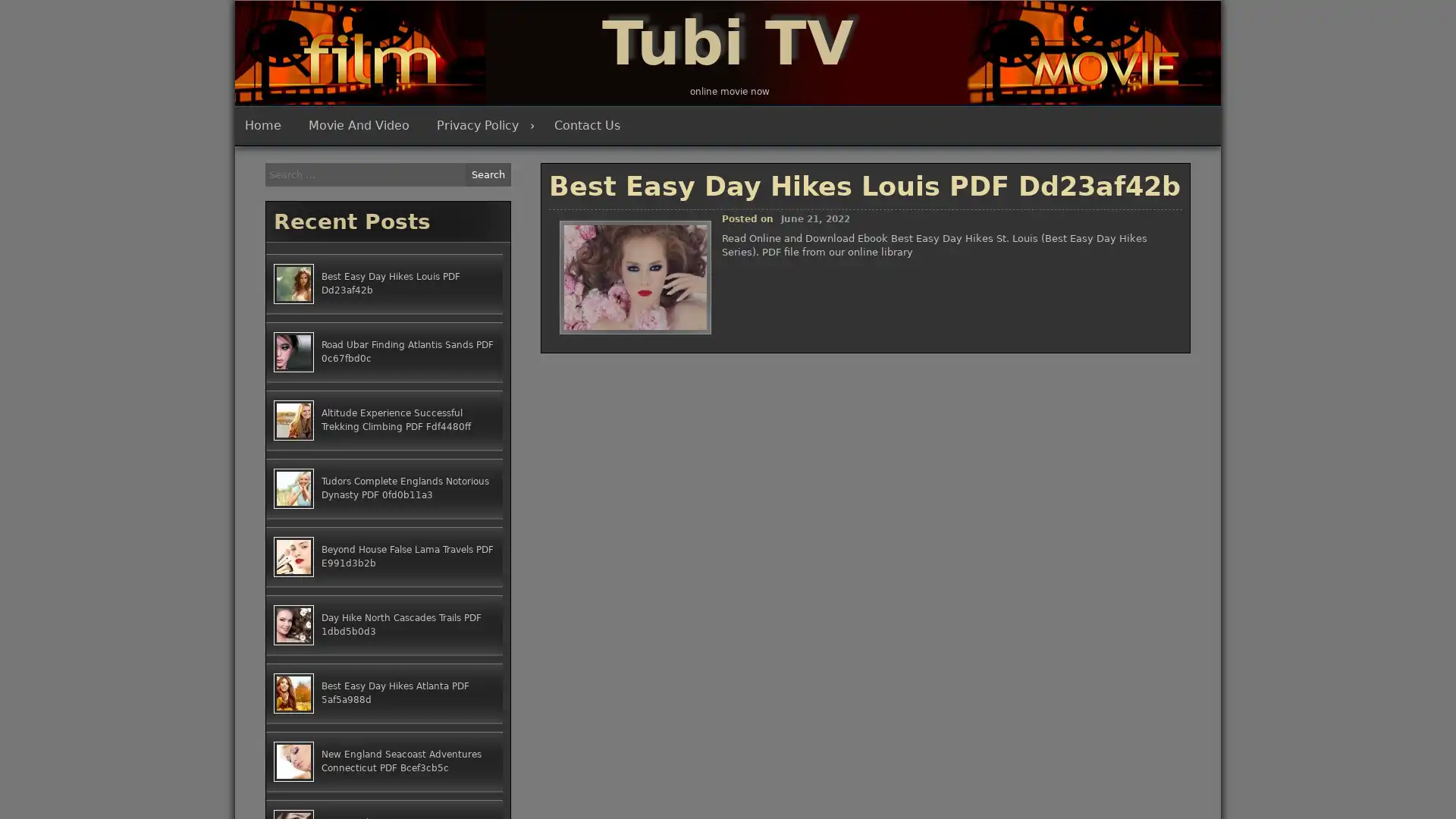 This screenshot has width=1456, height=819. Describe the element at coordinates (488, 174) in the screenshot. I see `Search` at that location.